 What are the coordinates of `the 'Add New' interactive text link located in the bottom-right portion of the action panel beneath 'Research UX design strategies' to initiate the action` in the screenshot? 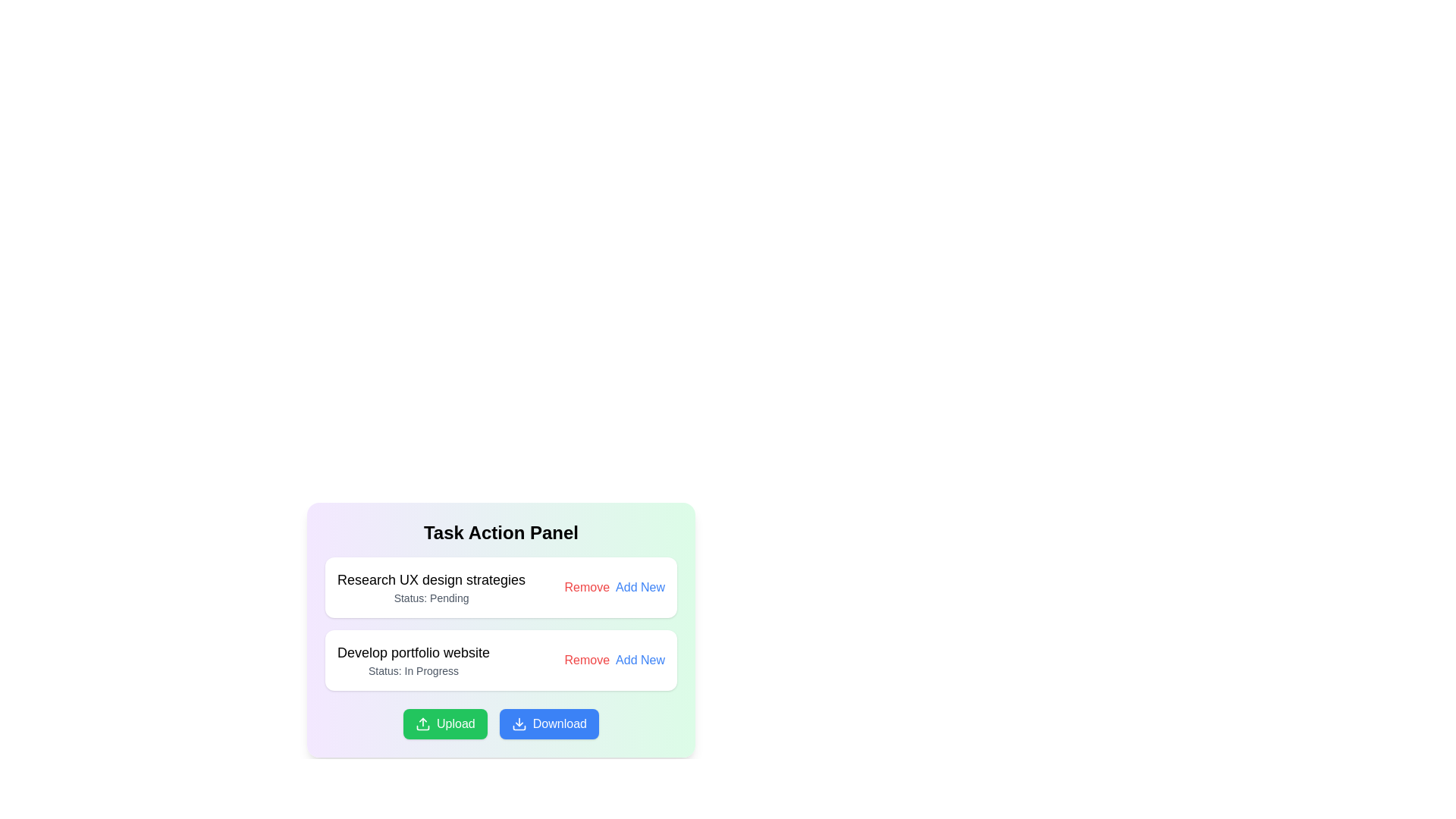 It's located at (640, 587).